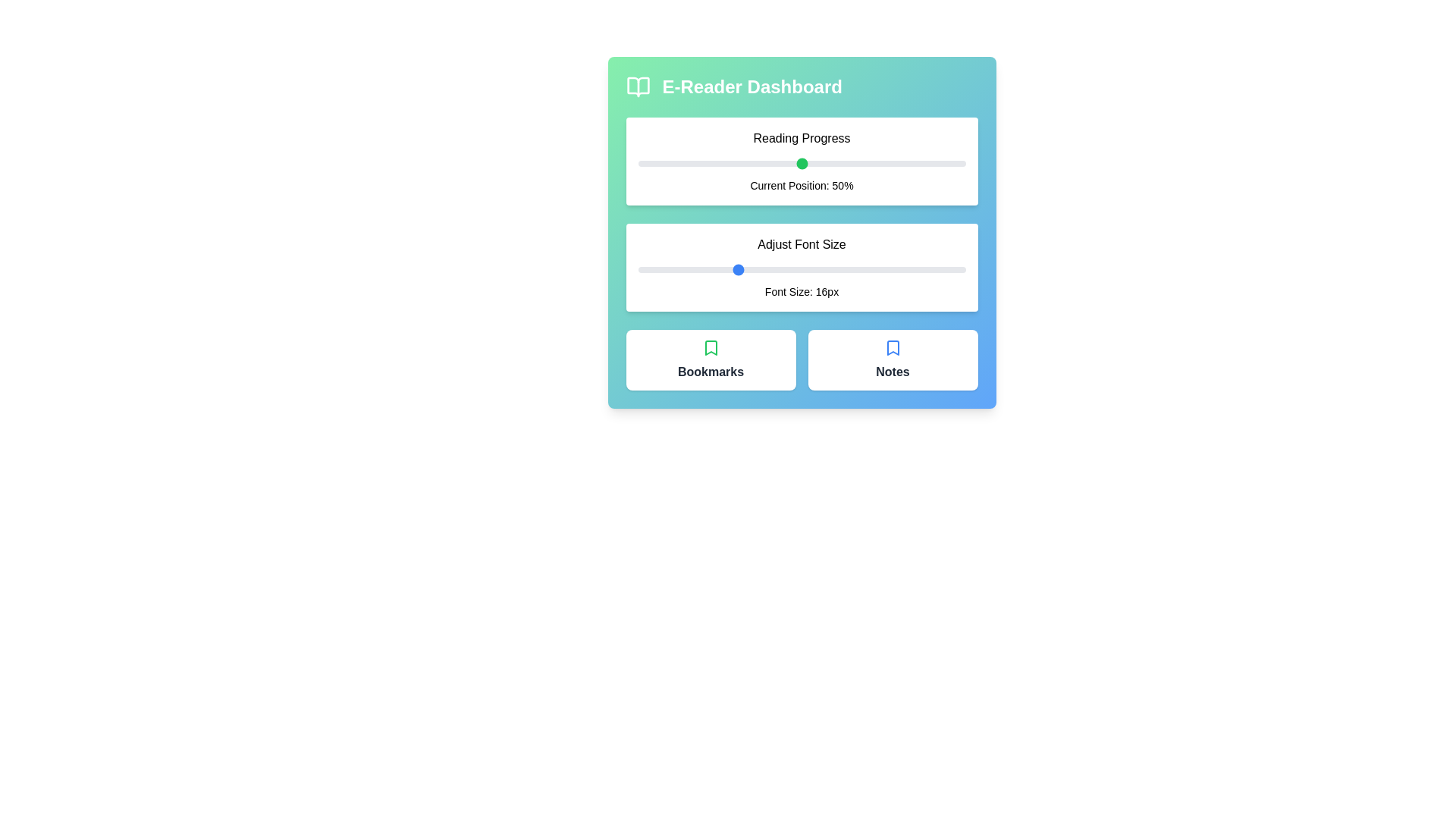  Describe the element at coordinates (651, 164) in the screenshot. I see `the reading progress slider to 4%` at that location.